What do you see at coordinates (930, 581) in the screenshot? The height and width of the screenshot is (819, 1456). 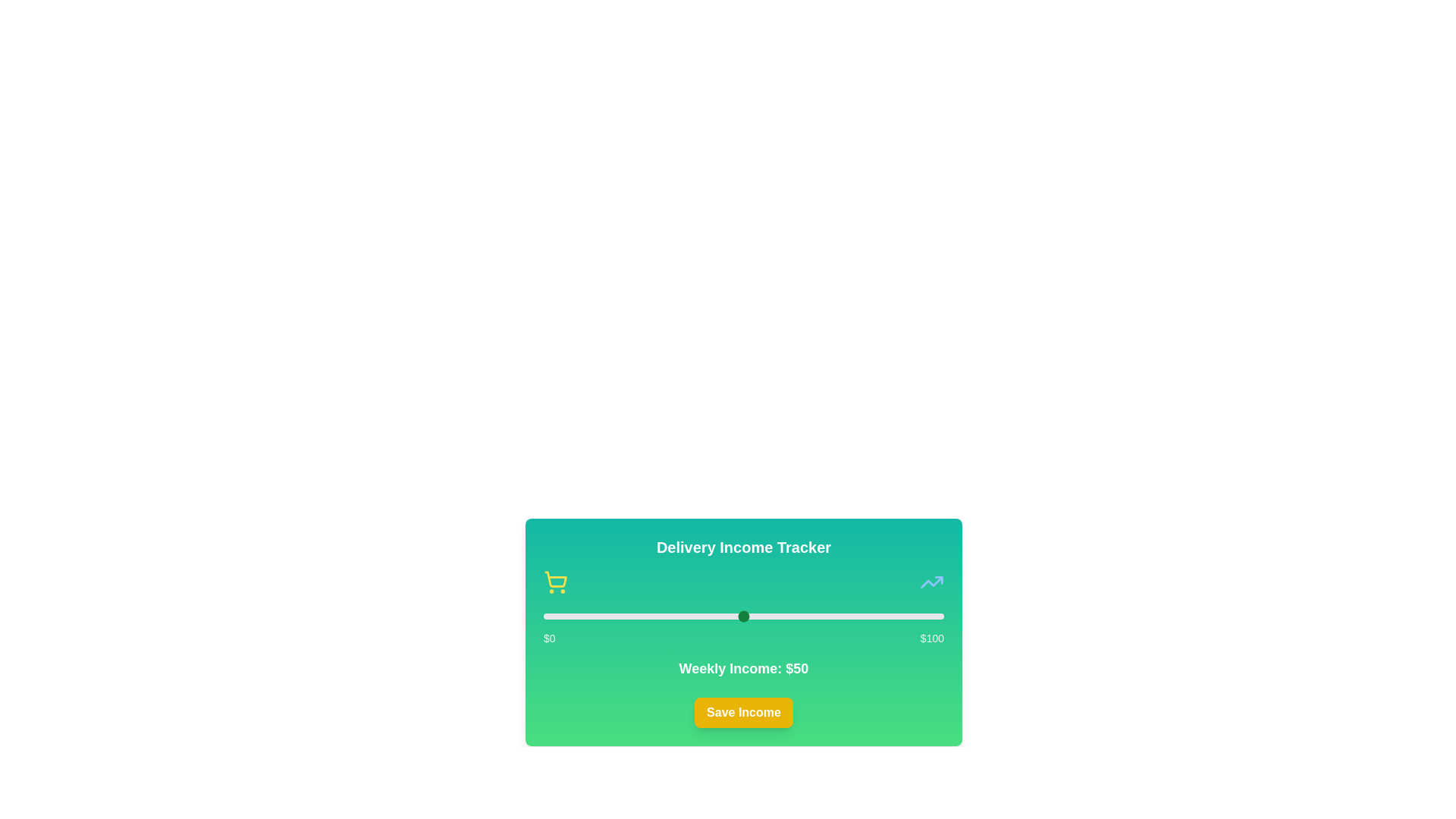 I see `the trending up icon` at bounding box center [930, 581].